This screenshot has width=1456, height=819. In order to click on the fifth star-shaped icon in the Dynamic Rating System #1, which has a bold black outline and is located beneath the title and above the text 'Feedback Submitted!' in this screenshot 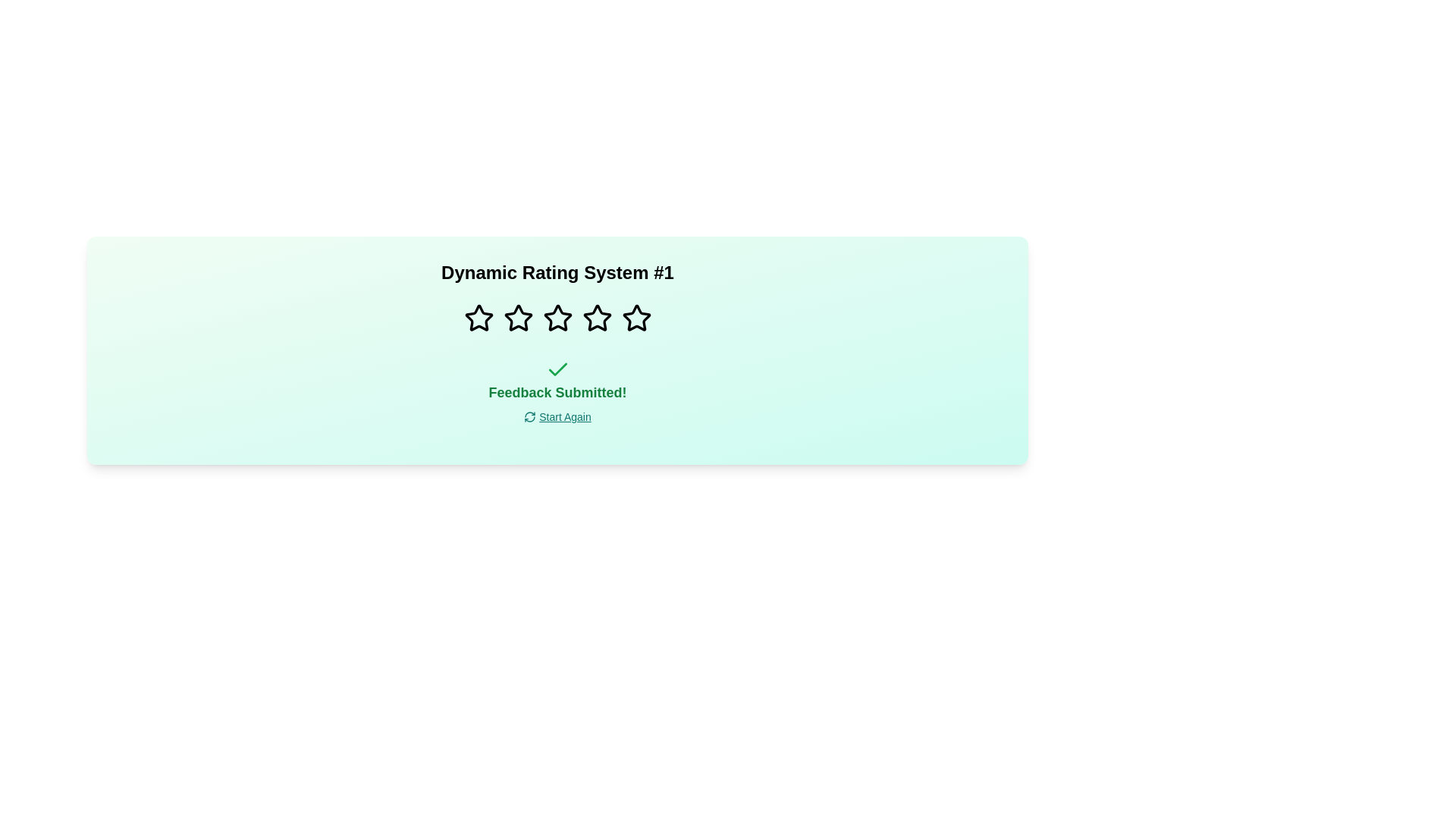, I will do `click(636, 317)`.